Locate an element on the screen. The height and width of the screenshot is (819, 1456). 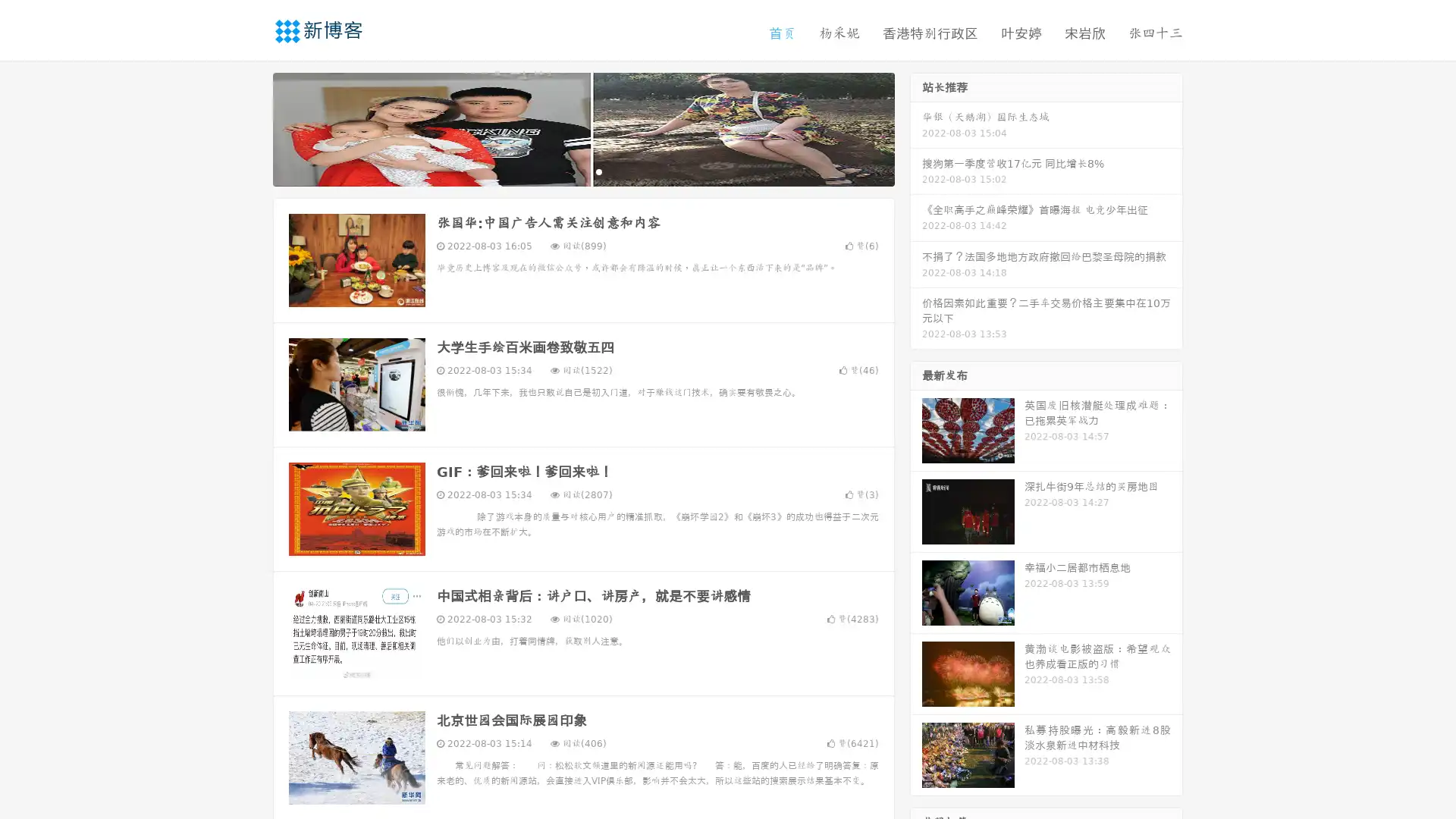
Go to slide 3 is located at coordinates (598, 171).